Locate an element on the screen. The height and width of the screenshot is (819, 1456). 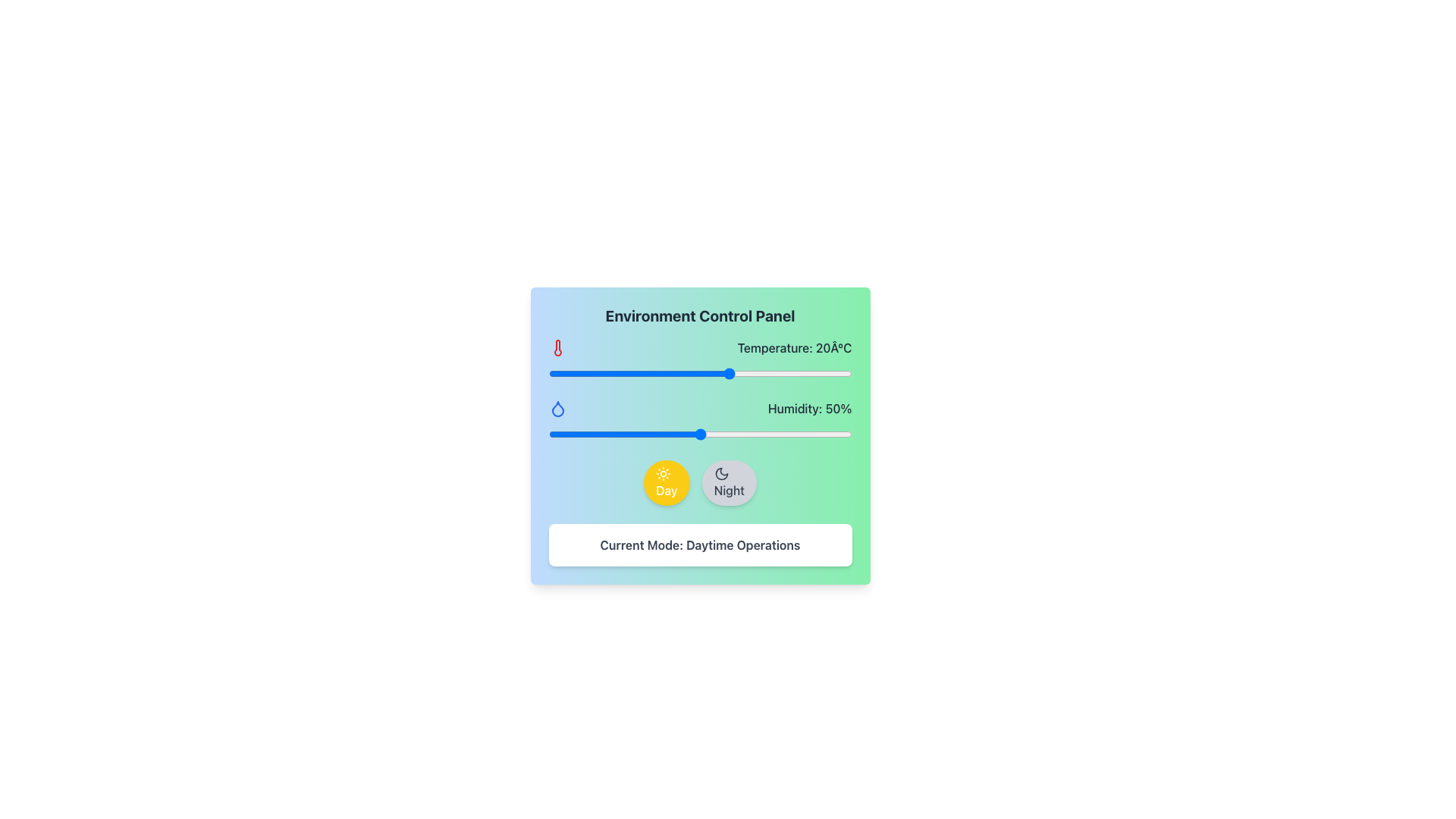
the 'Night' mode icon located in the center-bottom section of the panel is located at coordinates (720, 472).